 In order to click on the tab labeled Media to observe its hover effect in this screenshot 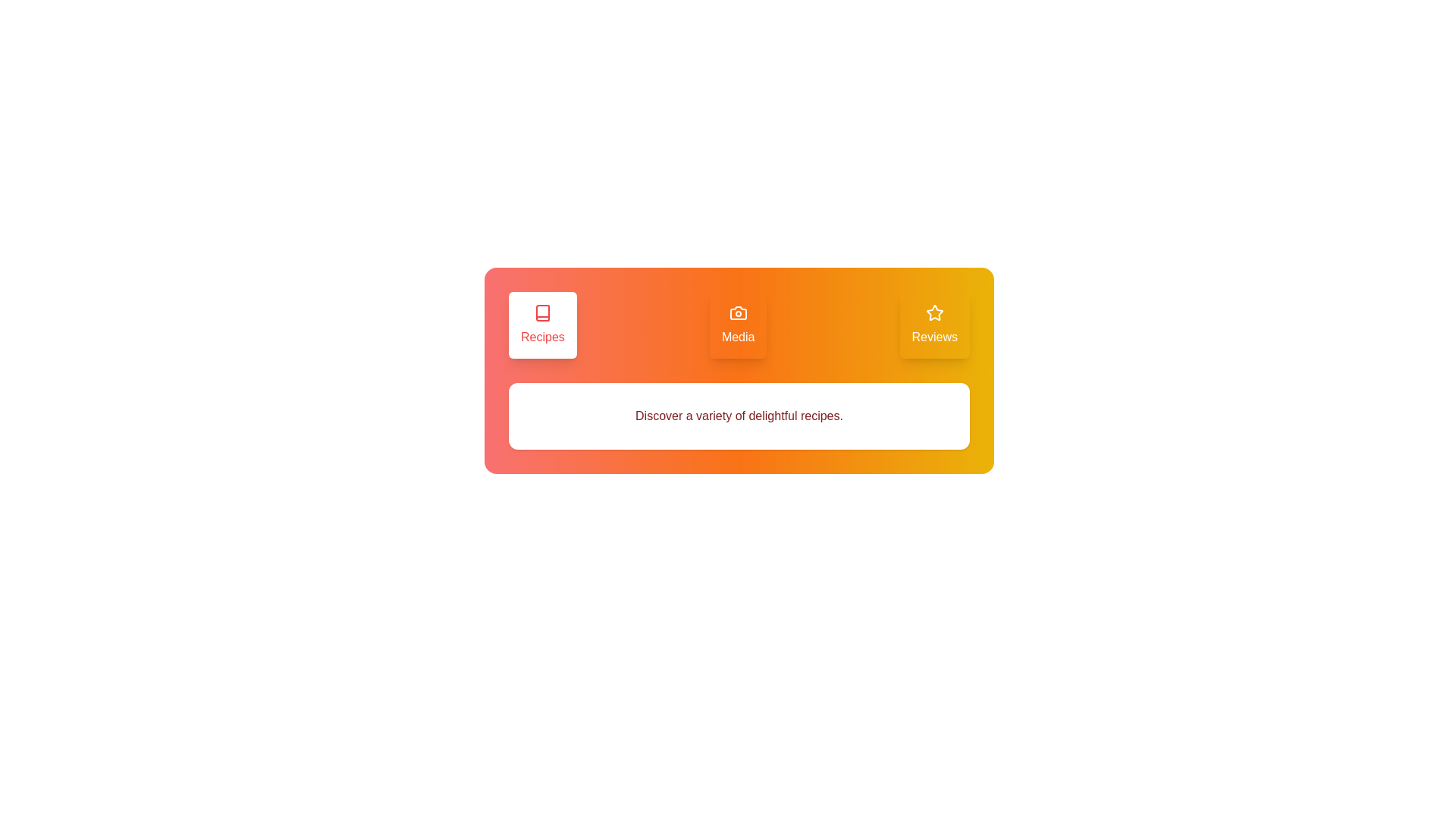, I will do `click(738, 324)`.